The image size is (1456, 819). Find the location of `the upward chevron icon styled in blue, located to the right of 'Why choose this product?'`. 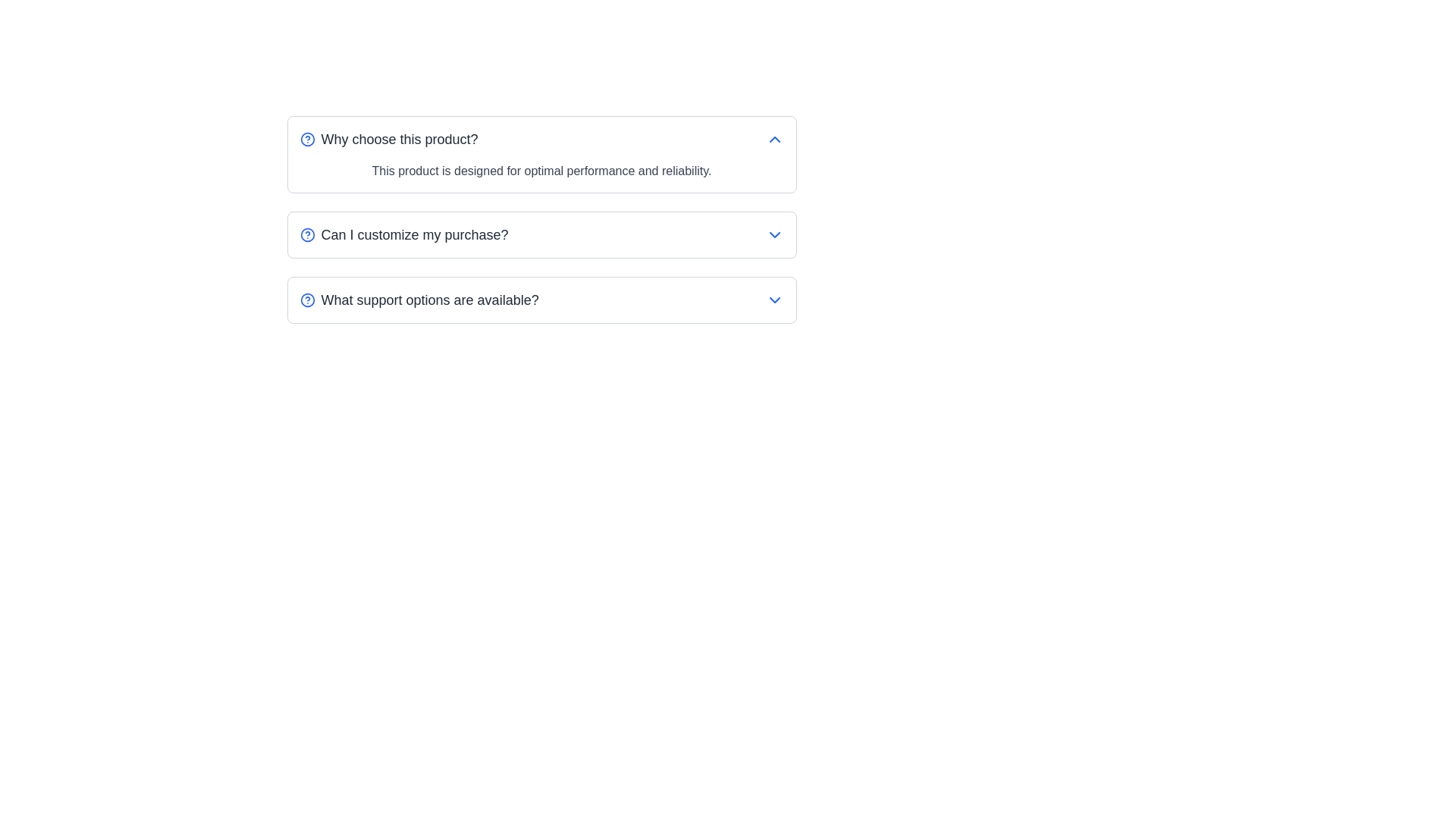

the upward chevron icon styled in blue, located to the right of 'Why choose this product?' is located at coordinates (774, 140).